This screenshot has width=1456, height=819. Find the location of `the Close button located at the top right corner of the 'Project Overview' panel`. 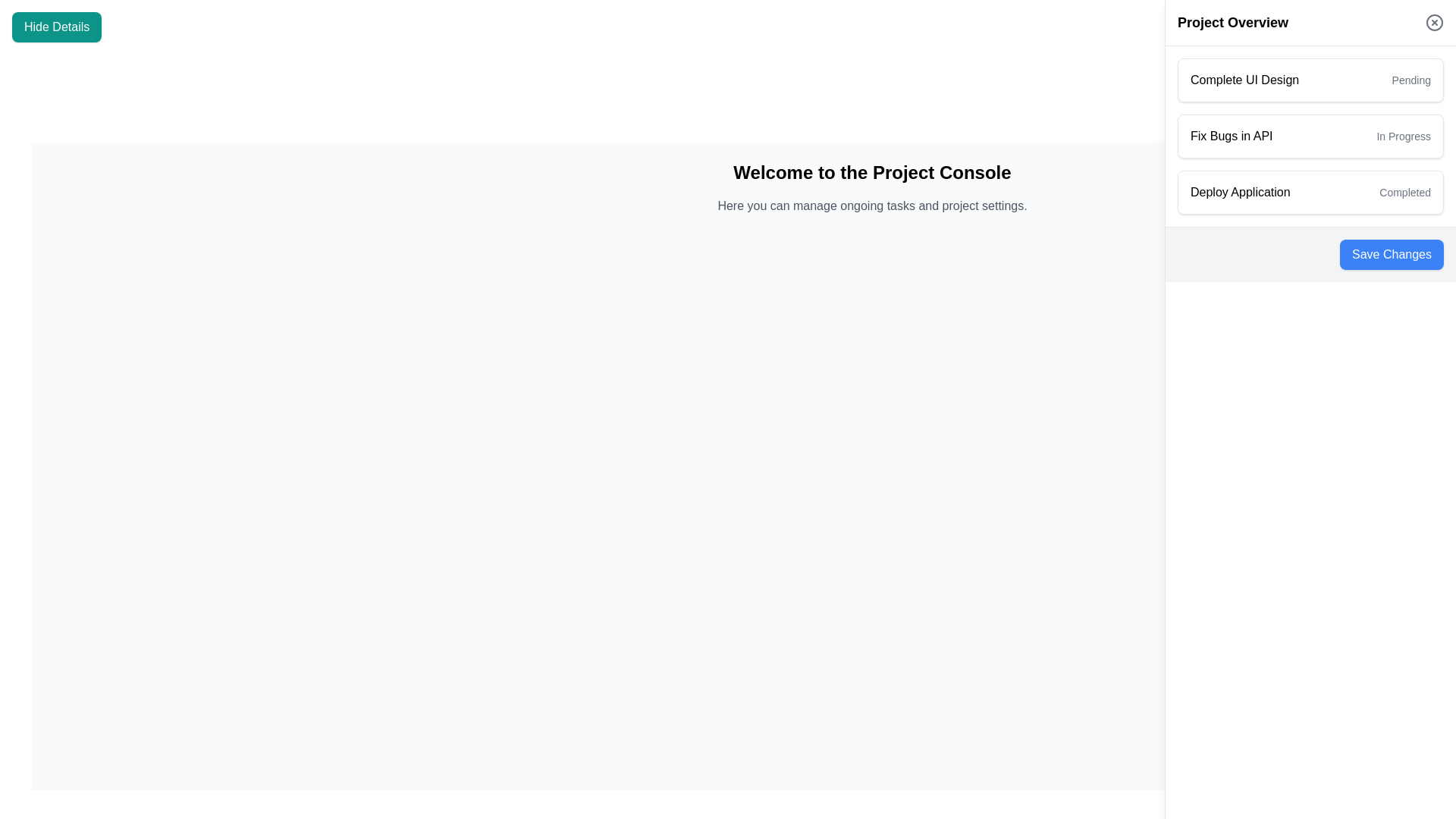

the Close button located at the top right corner of the 'Project Overview' panel is located at coordinates (1433, 23).